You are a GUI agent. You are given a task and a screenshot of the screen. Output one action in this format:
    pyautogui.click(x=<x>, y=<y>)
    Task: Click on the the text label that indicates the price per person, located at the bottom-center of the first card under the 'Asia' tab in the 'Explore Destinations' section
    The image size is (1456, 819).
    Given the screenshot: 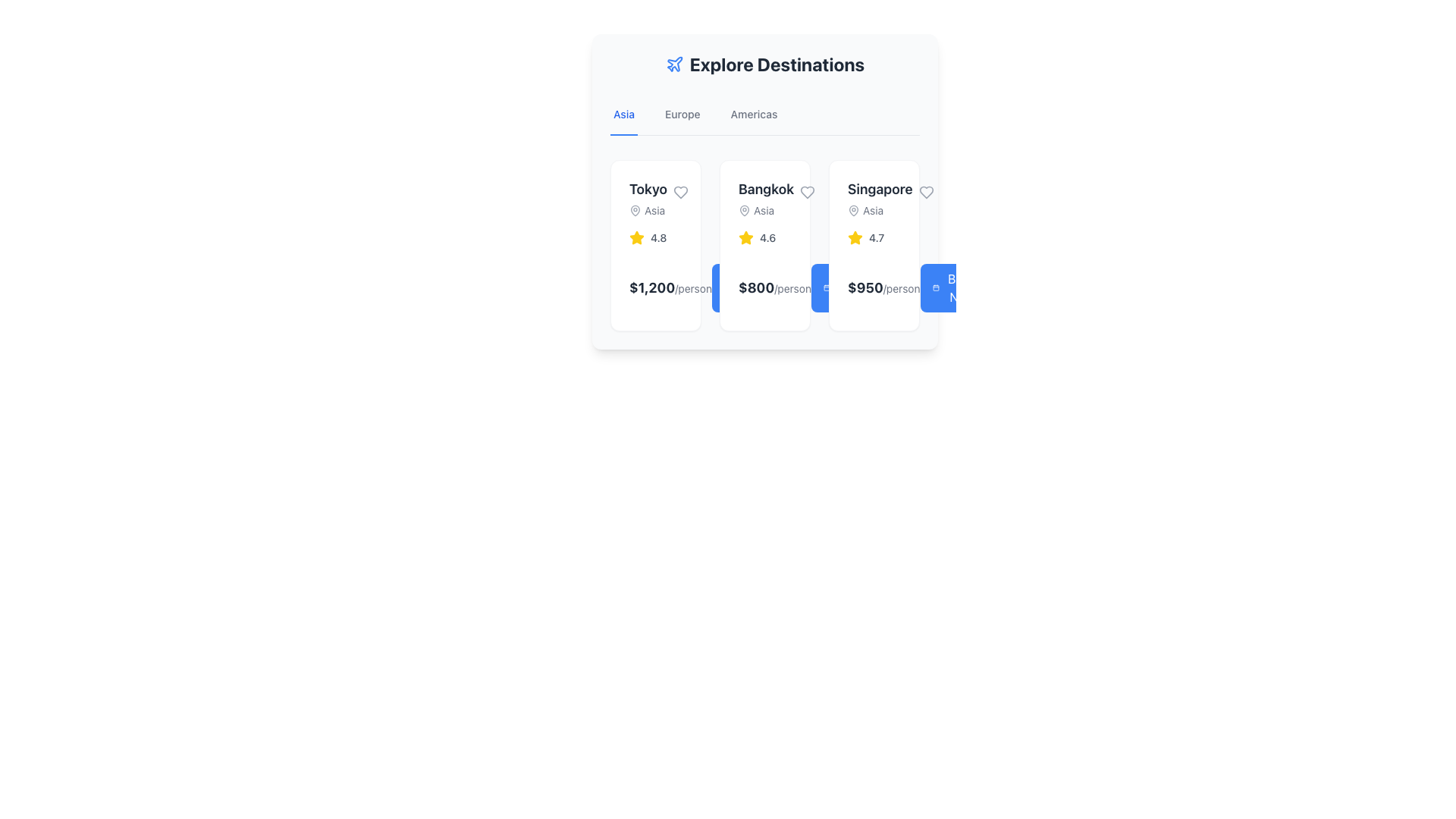 What is the action you would take?
    pyautogui.click(x=692, y=288)
    